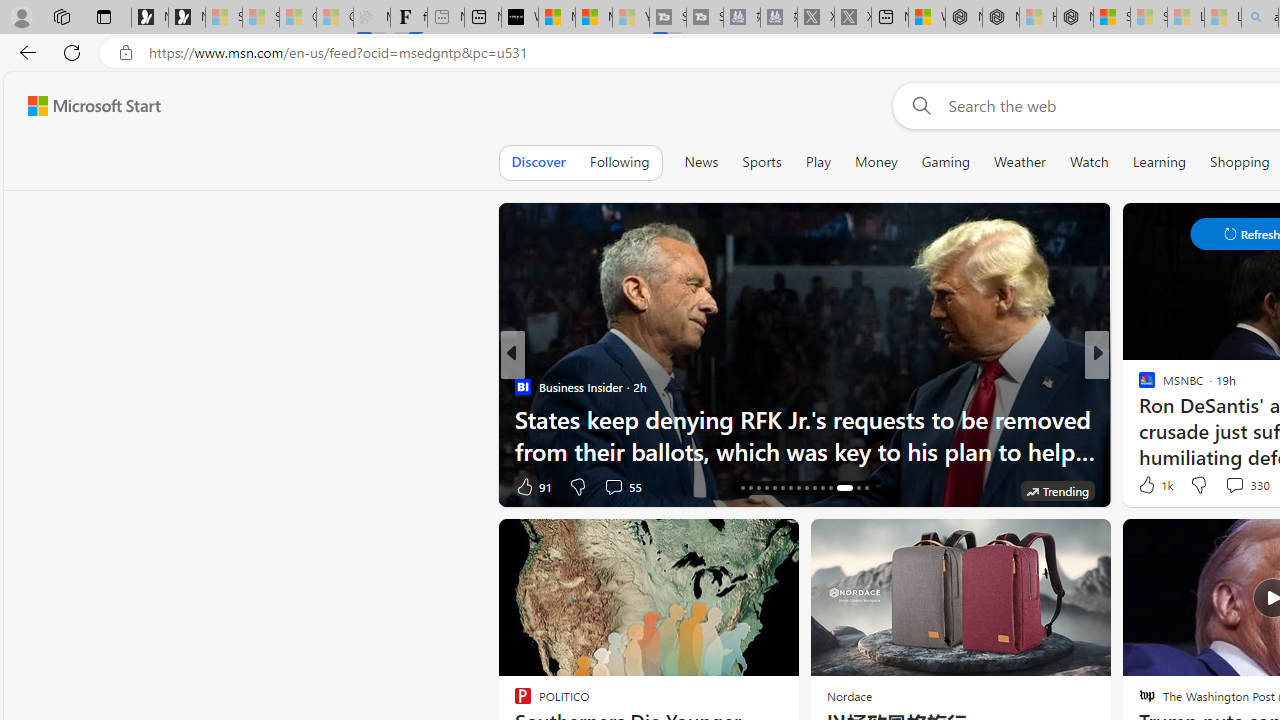 The width and height of the screenshot is (1280, 720). Describe the element at coordinates (749, 488) in the screenshot. I see `'AutomationID: tab-17'` at that location.